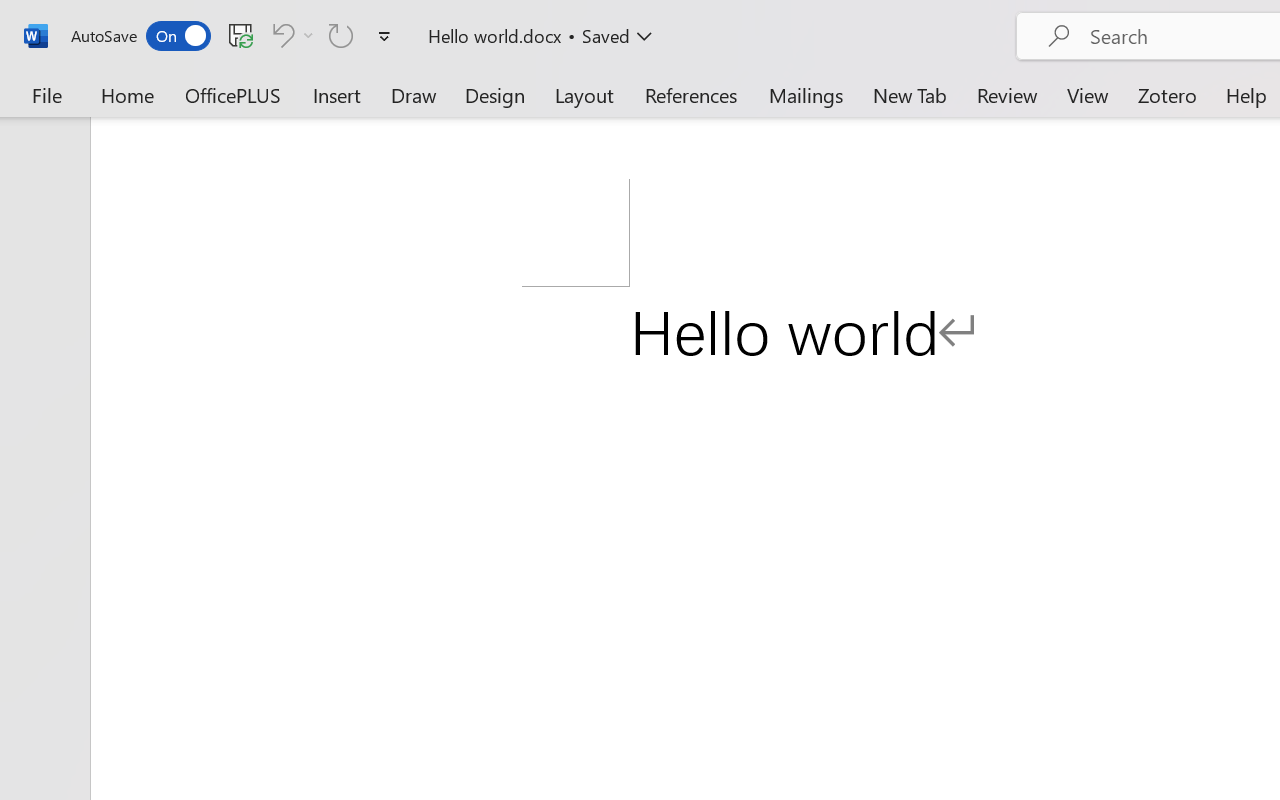  Describe the element at coordinates (583, 94) in the screenshot. I see `'Layout'` at that location.